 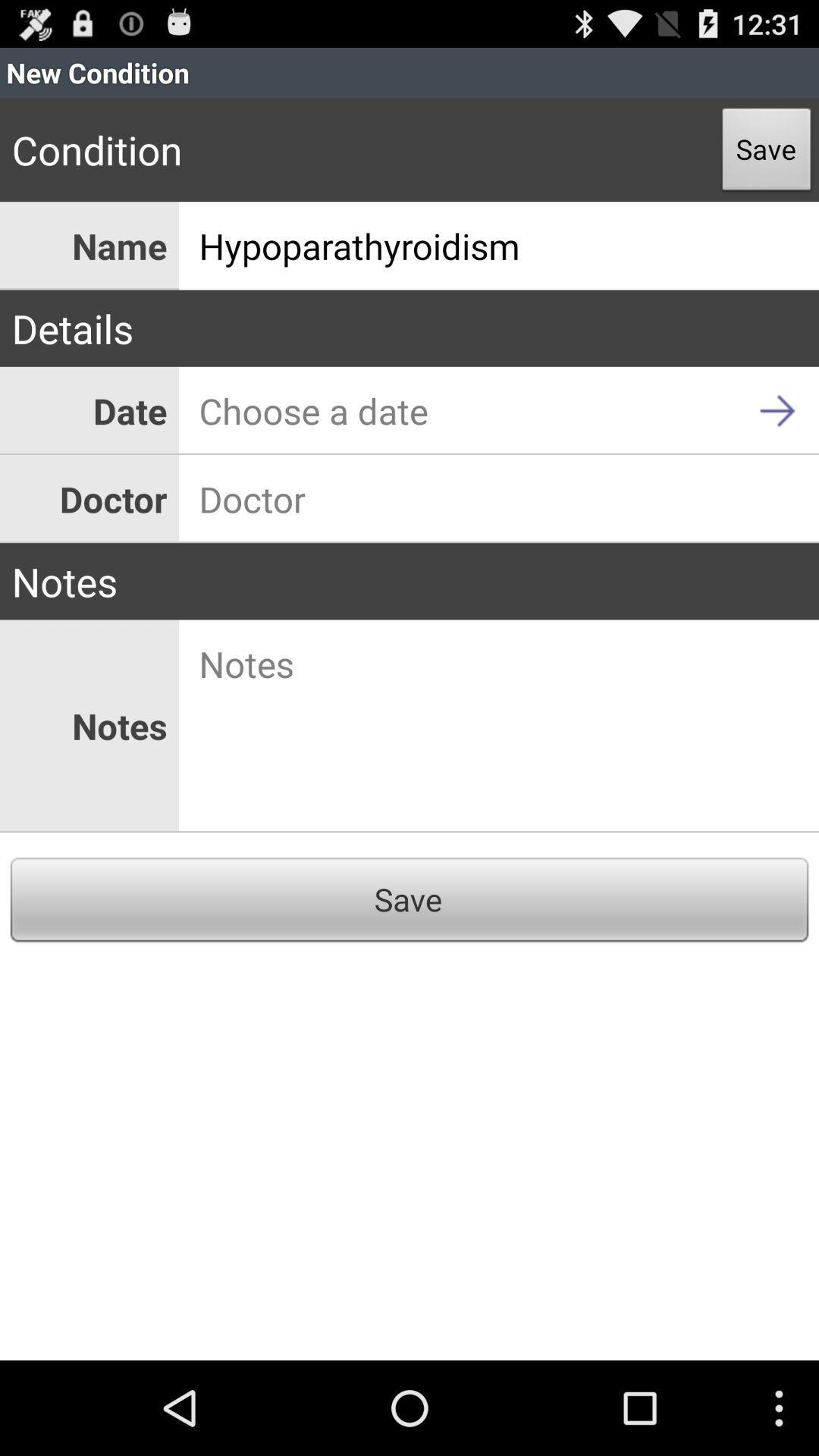 I want to click on icon above doctor icon, so click(x=499, y=410).